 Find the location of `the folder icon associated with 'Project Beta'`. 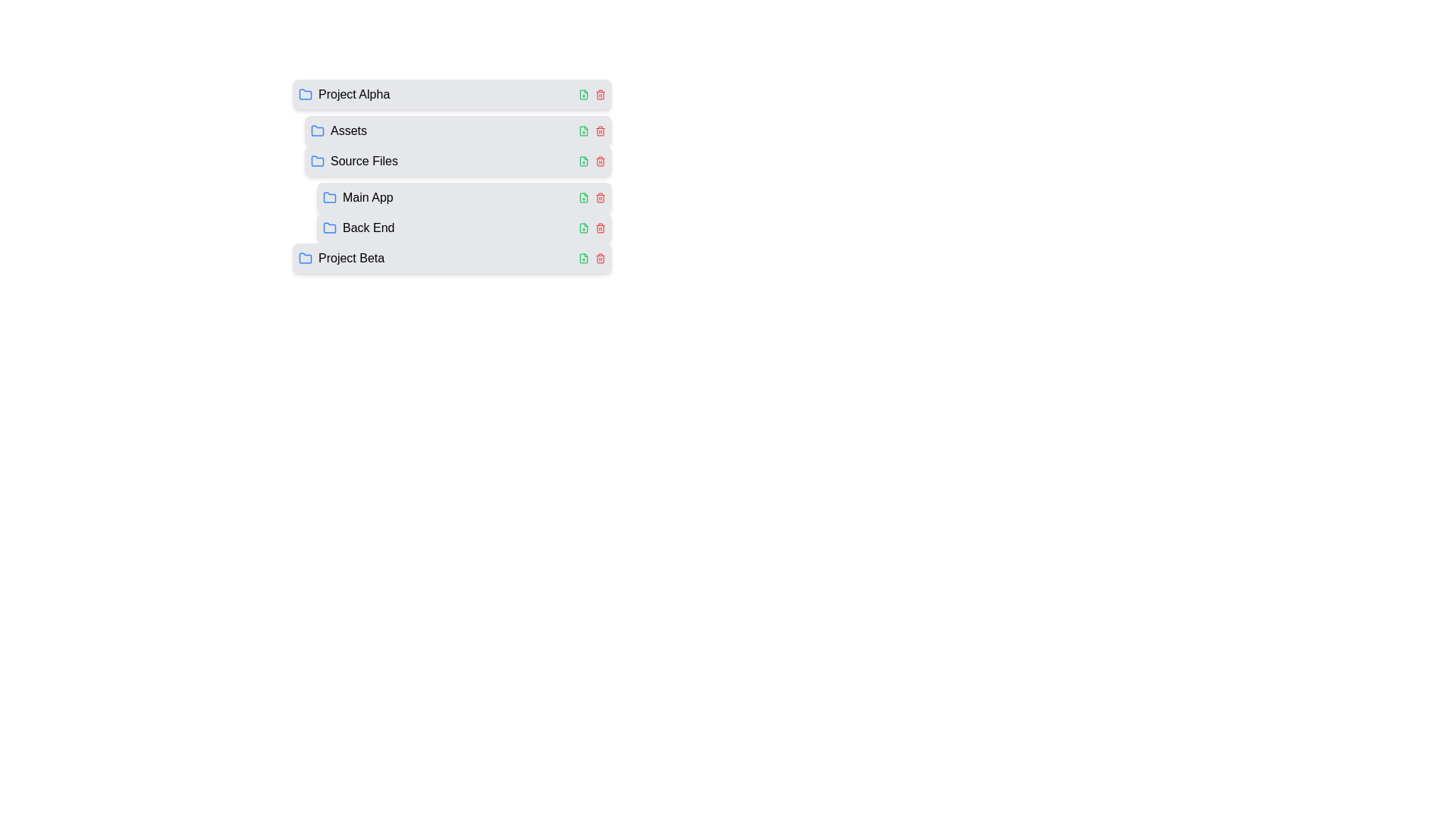

the folder icon associated with 'Project Beta' is located at coordinates (305, 257).